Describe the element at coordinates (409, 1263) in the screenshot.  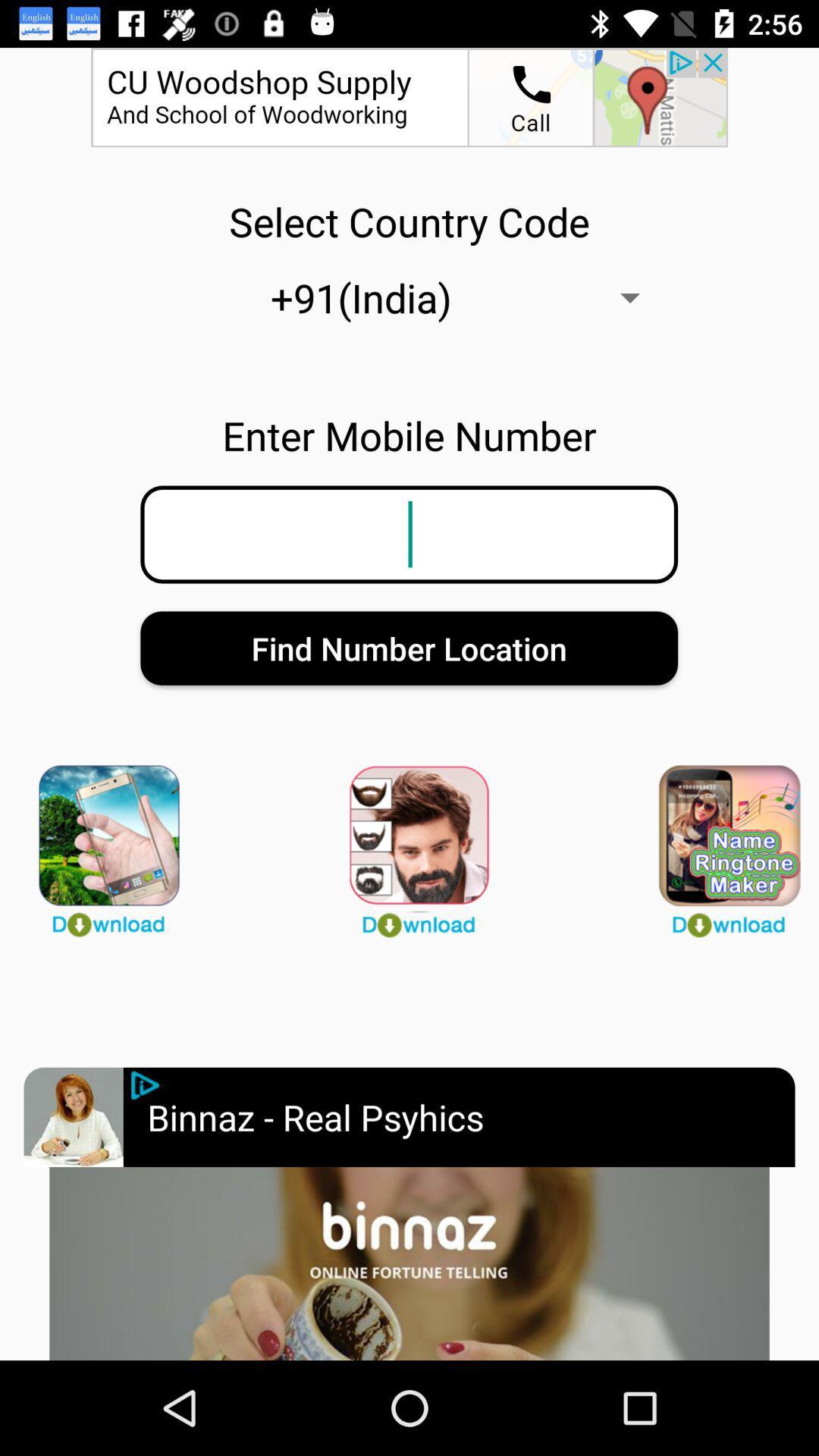
I see `open advertisement` at that location.